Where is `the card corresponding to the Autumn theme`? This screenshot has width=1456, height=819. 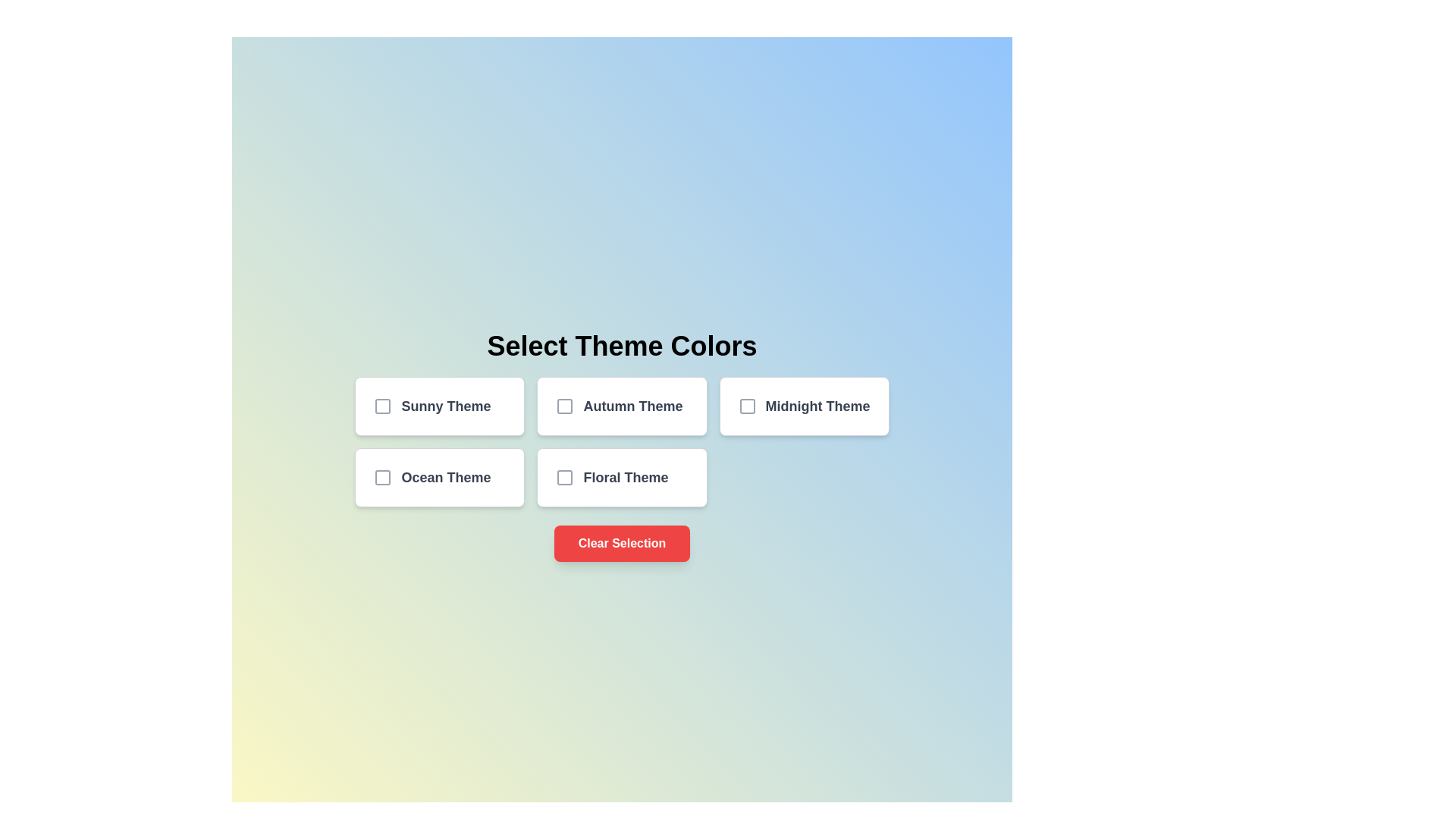 the card corresponding to the Autumn theme is located at coordinates (622, 406).